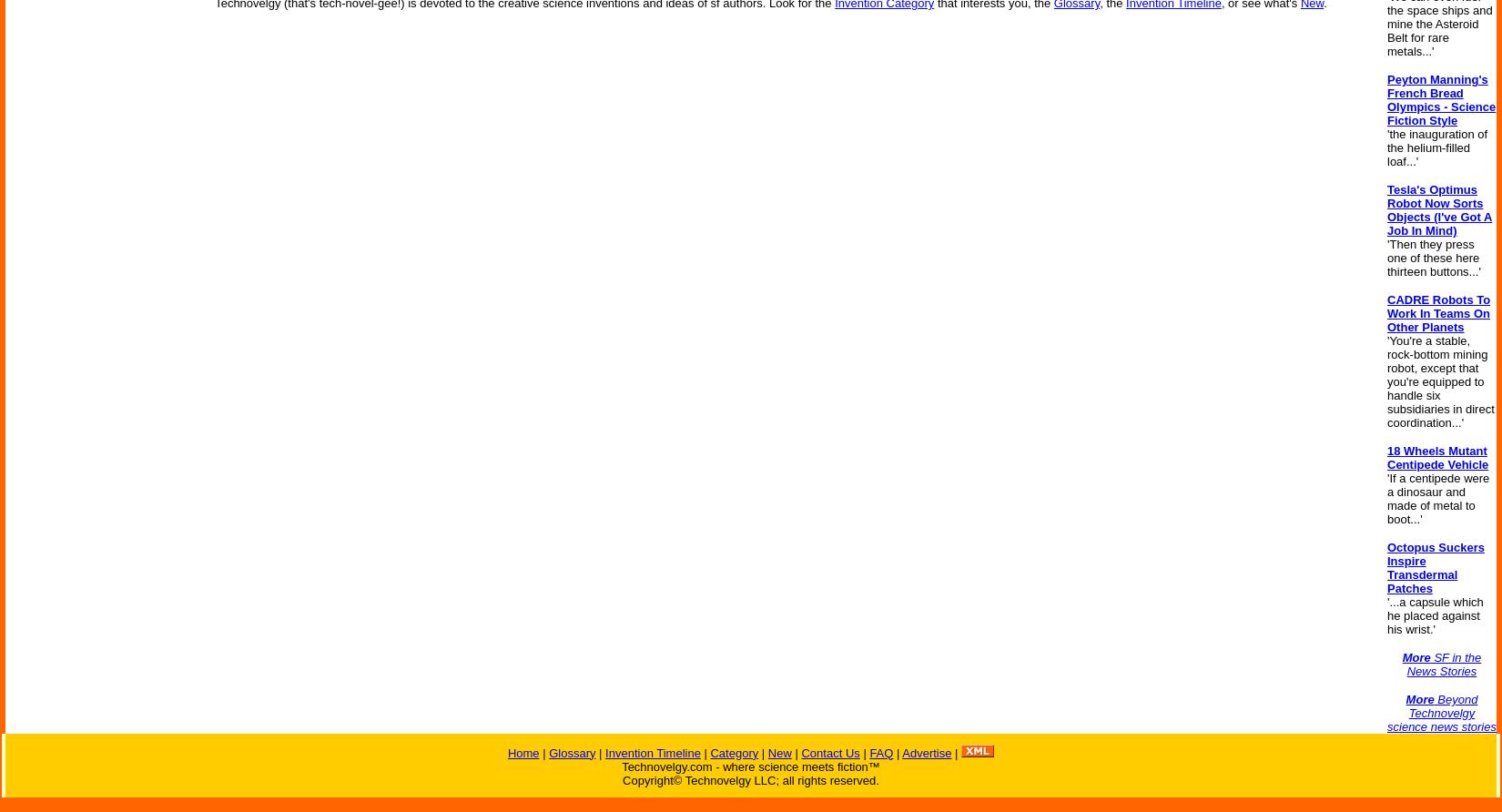 This screenshot has width=1502, height=812. What do you see at coordinates (1436, 147) in the screenshot?
I see `''the inauguration of the helium-filled loaf...''` at bounding box center [1436, 147].